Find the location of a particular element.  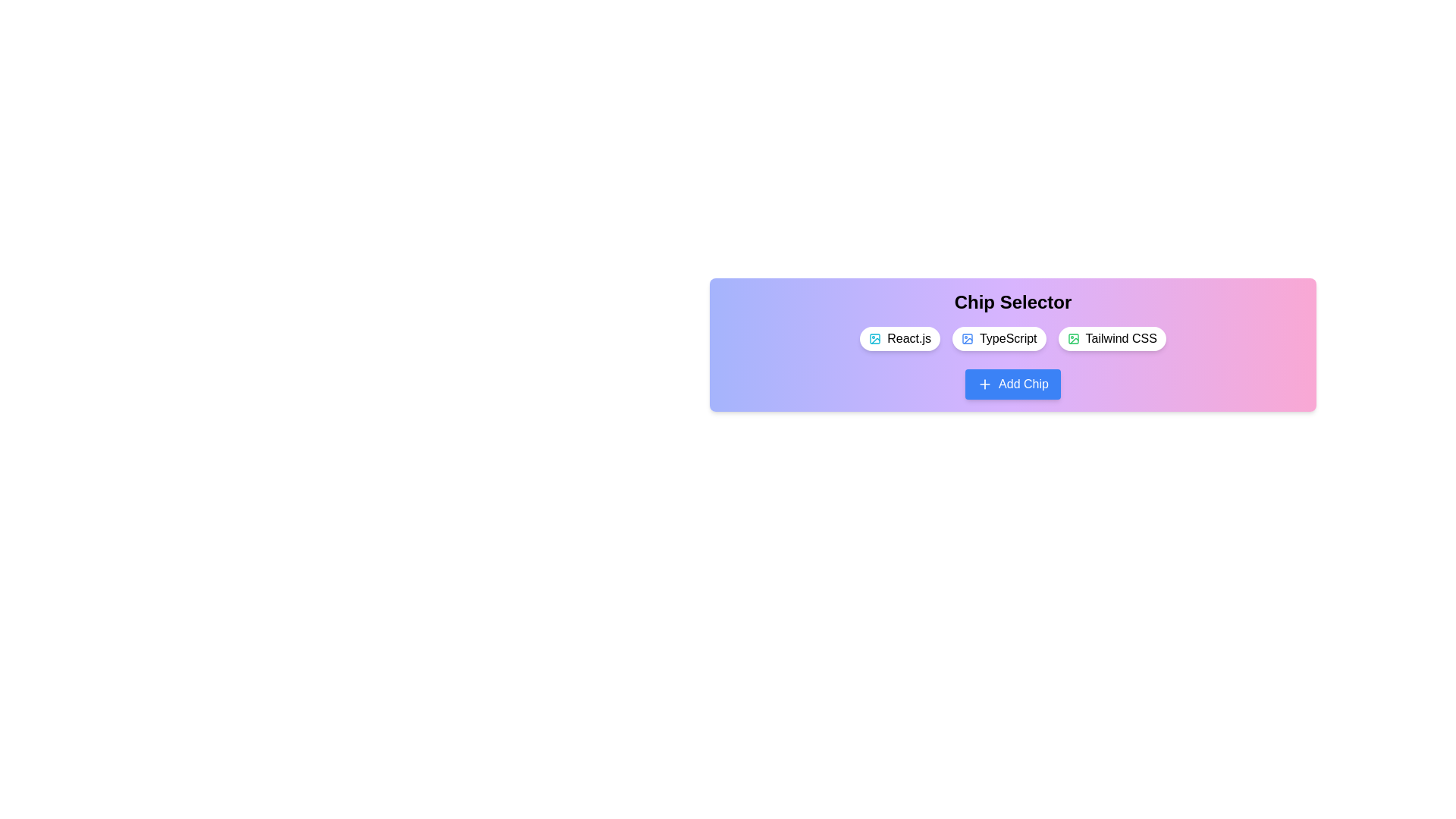

the individual chips in the Chip Selector located below the header and above the 'Add Chip' button is located at coordinates (1012, 338).